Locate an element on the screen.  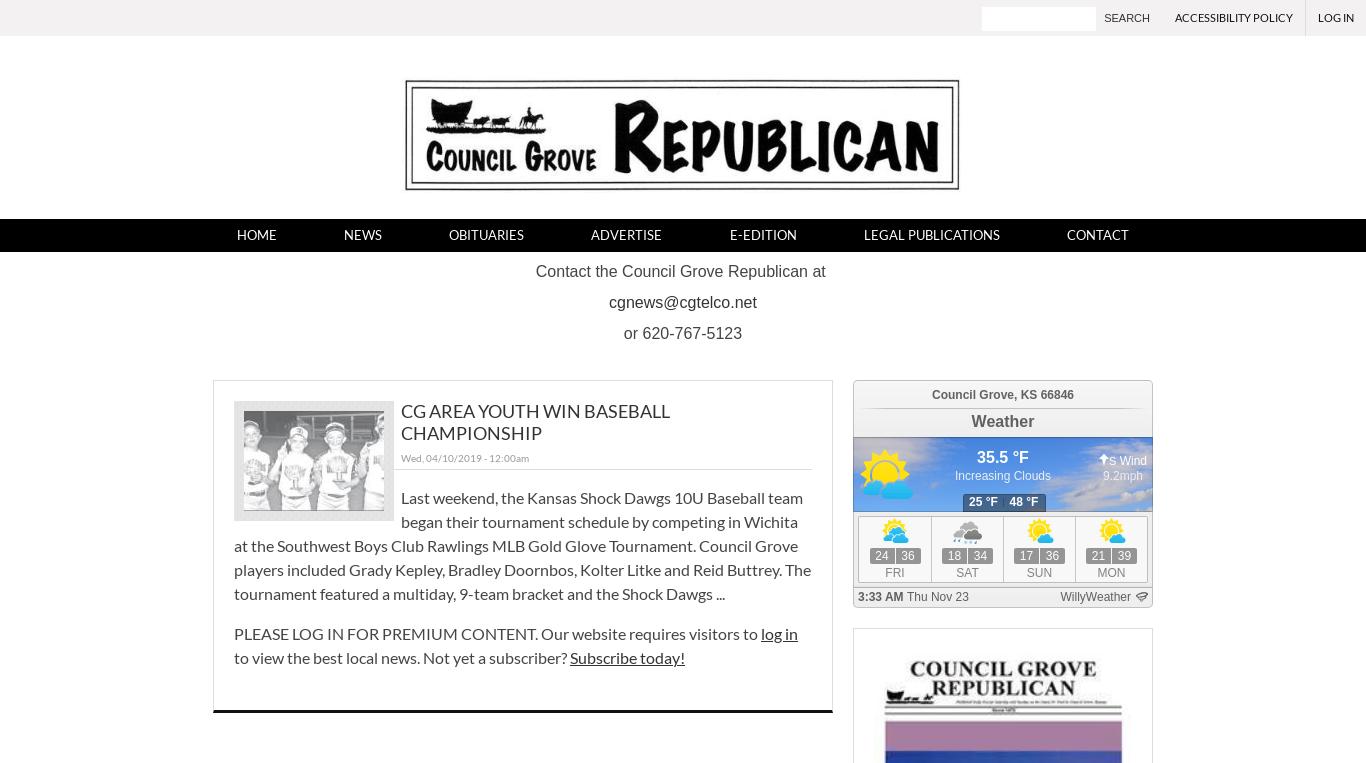
'Contact' is located at coordinates (1096, 234).